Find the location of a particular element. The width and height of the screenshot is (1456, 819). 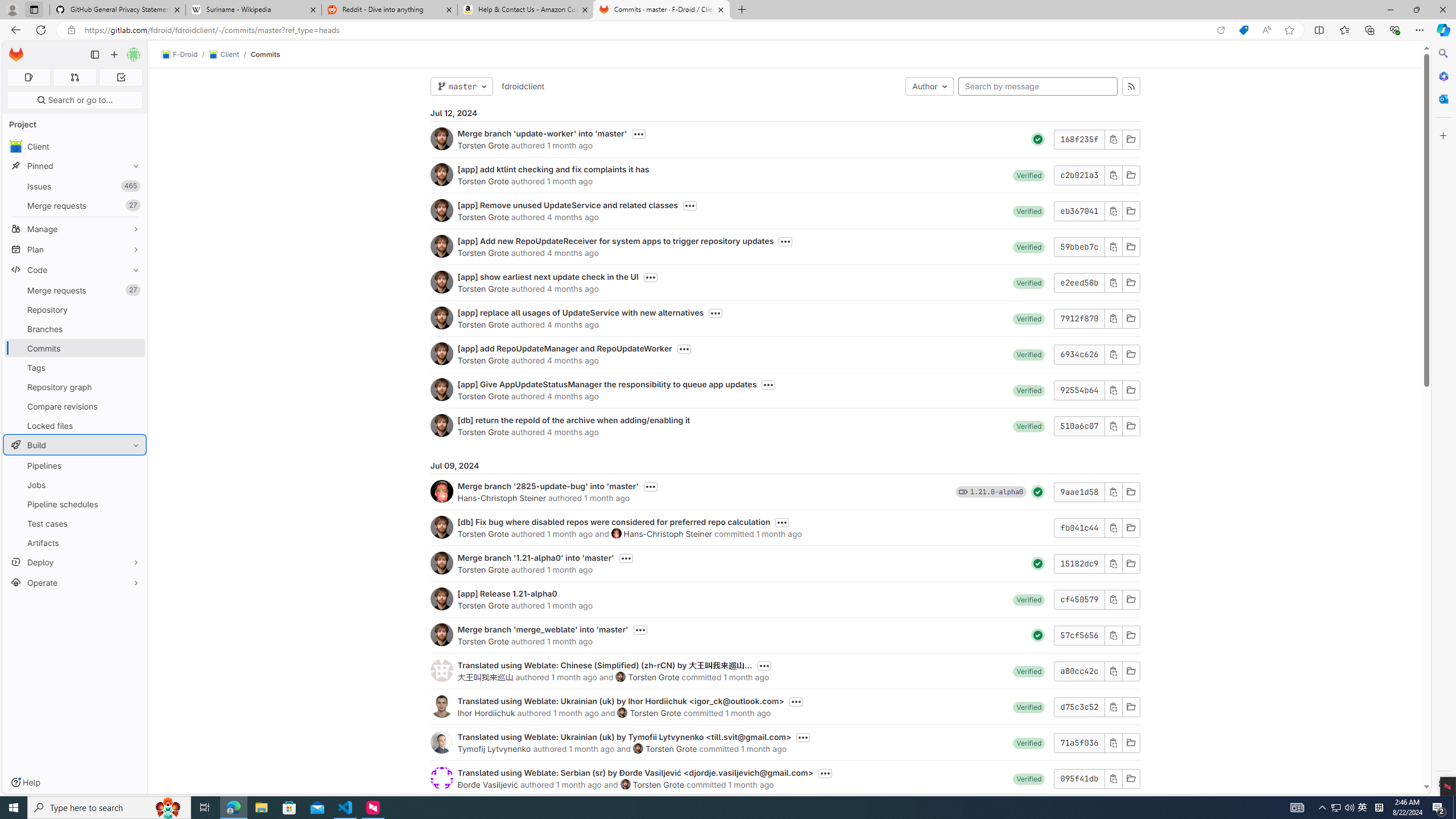

'Pipelines' is located at coordinates (74, 465).